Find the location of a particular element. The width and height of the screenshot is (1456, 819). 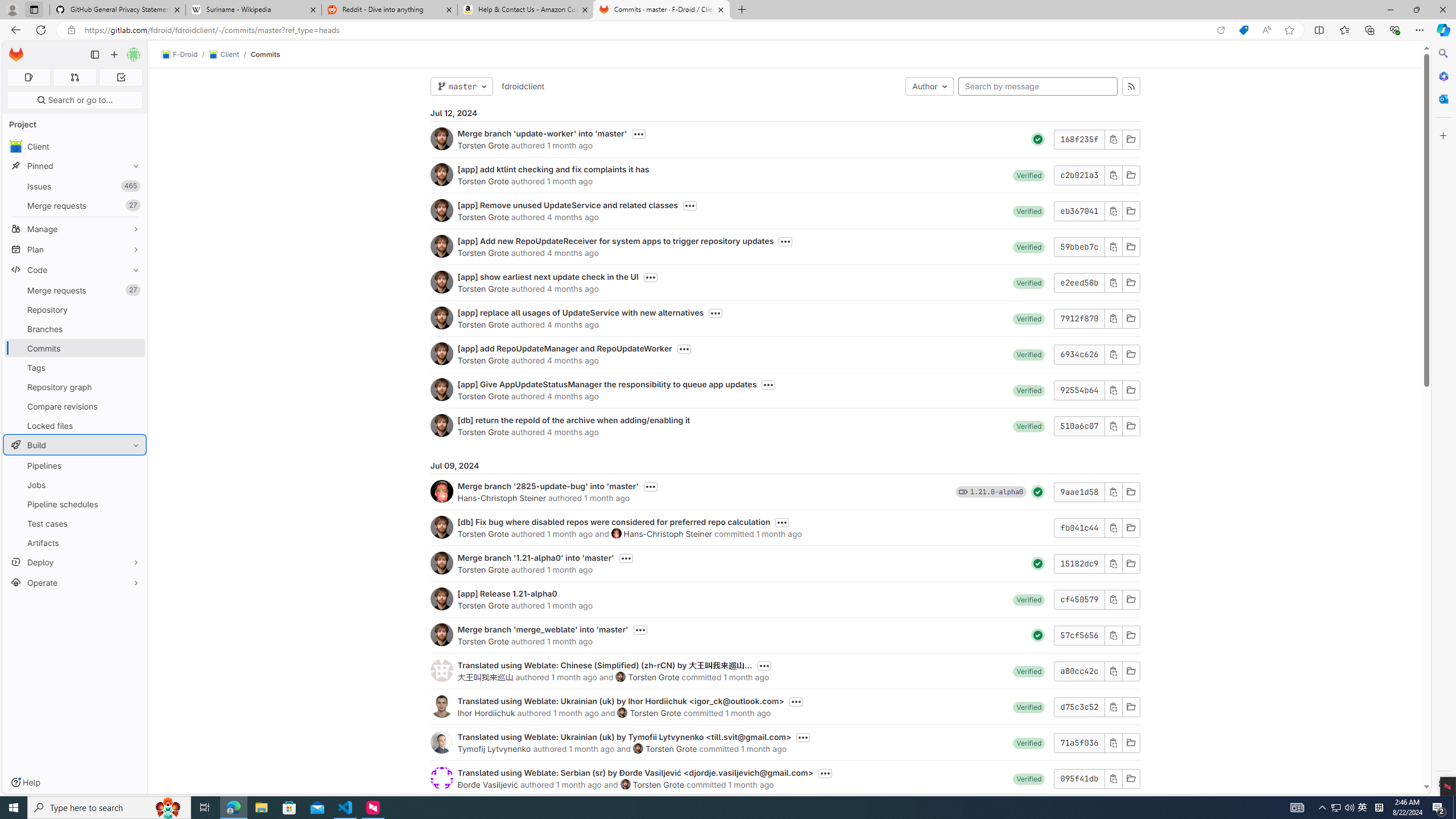

'Pipelines' is located at coordinates (74, 465).